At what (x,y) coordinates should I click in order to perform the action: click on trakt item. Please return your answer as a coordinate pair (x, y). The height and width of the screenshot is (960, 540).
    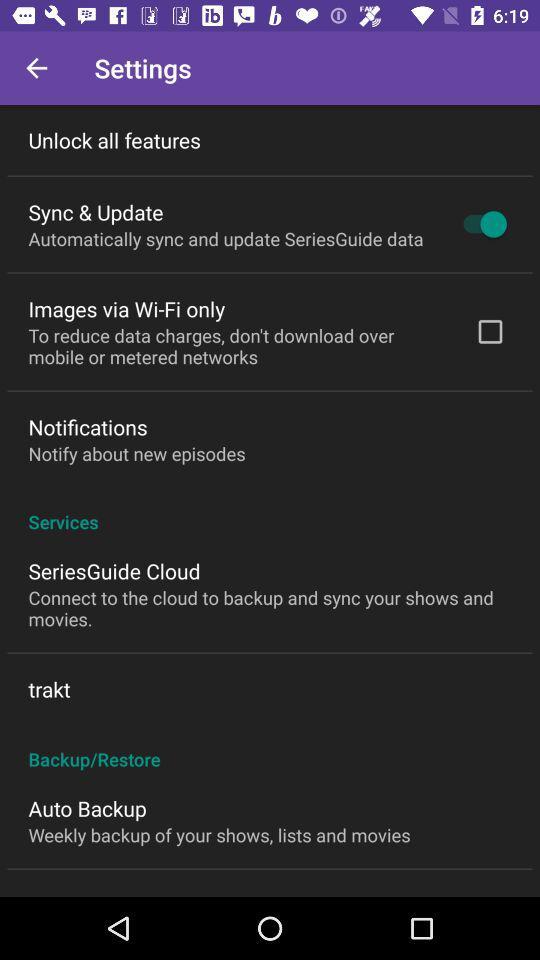
    Looking at the image, I should click on (49, 689).